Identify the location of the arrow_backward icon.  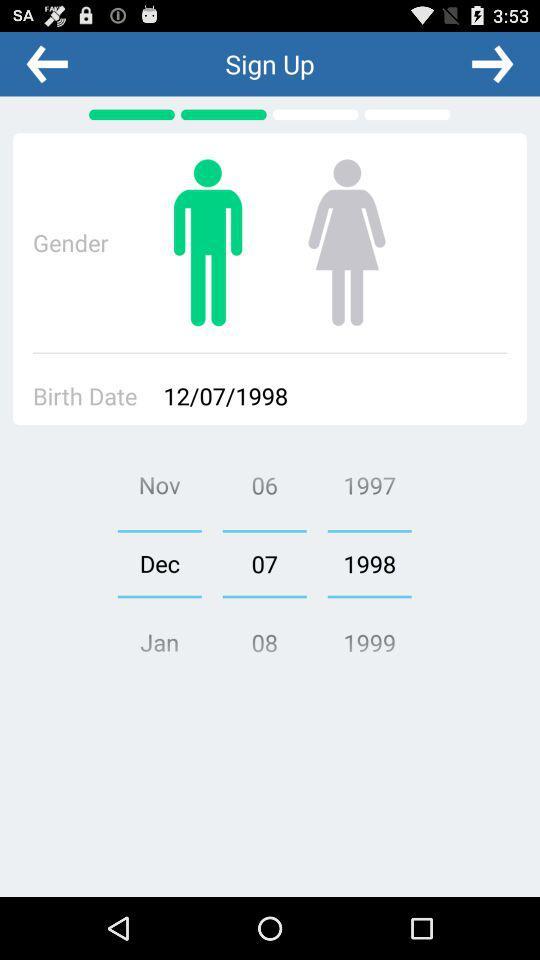
(47, 68).